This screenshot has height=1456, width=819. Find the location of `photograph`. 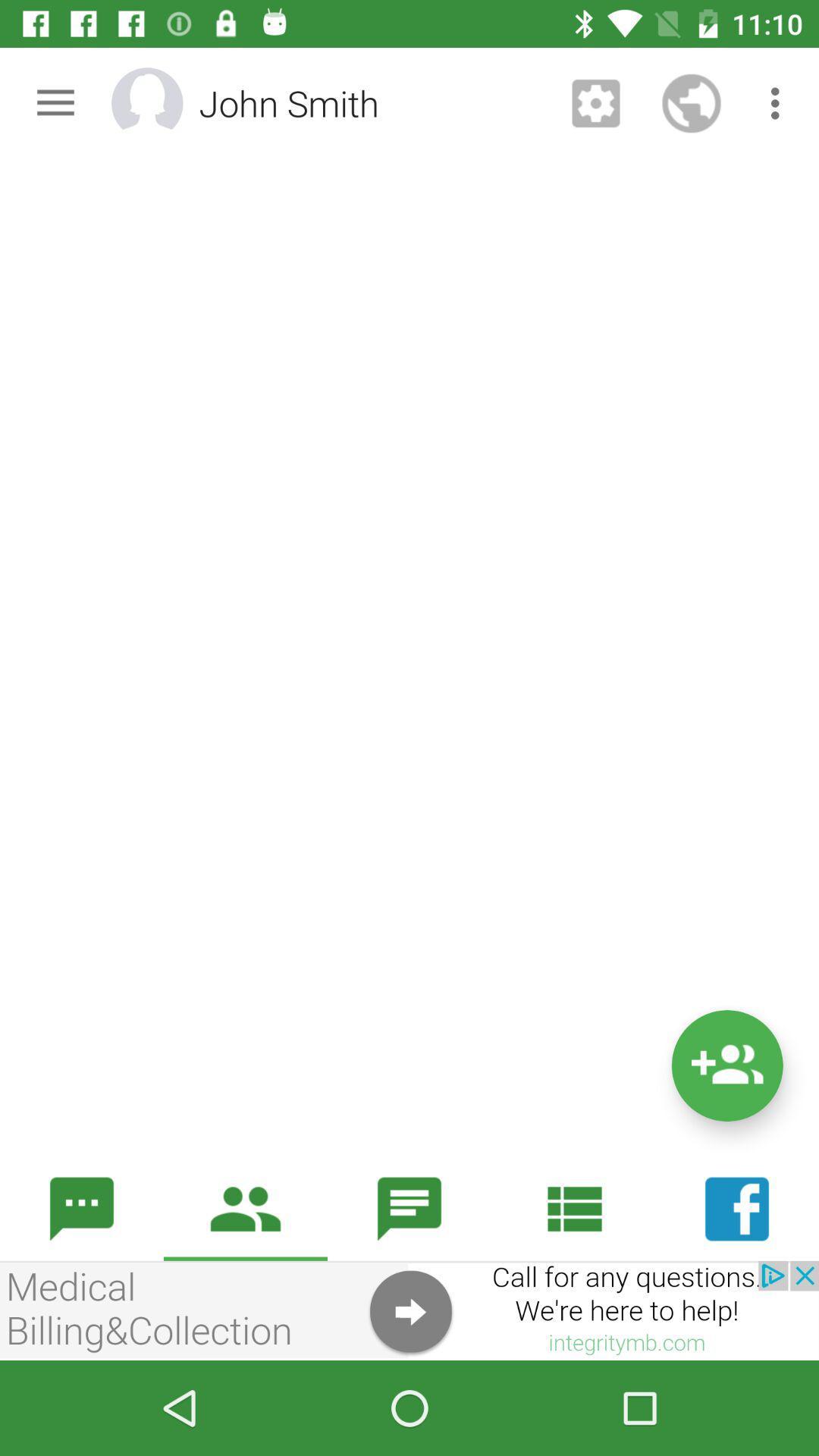

photograph is located at coordinates (167, 102).